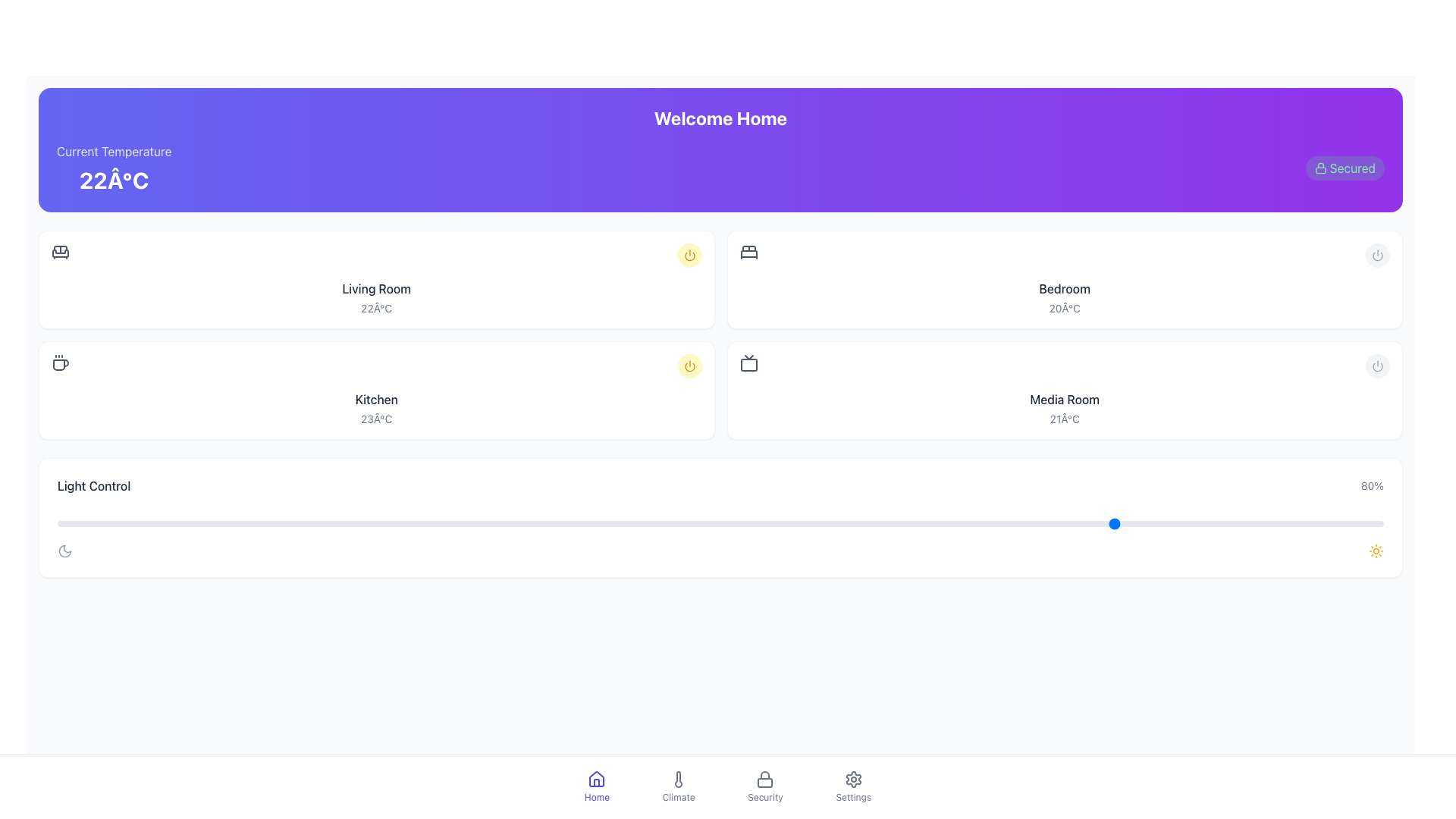 Image resolution: width=1456 pixels, height=819 pixels. Describe the element at coordinates (177, 522) in the screenshot. I see `the slider` at that location.